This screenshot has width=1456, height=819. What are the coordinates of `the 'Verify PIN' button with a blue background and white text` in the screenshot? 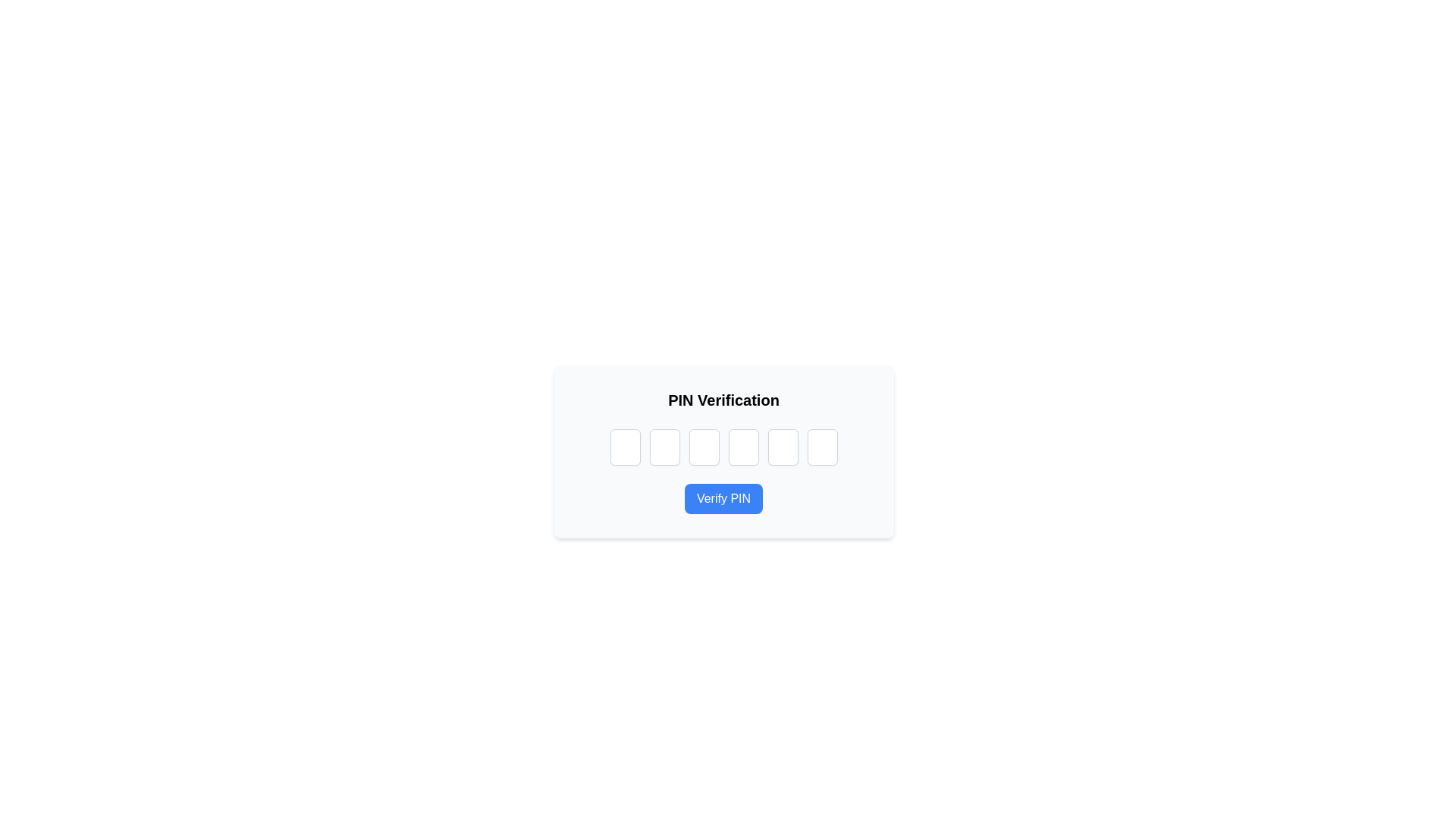 It's located at (723, 499).